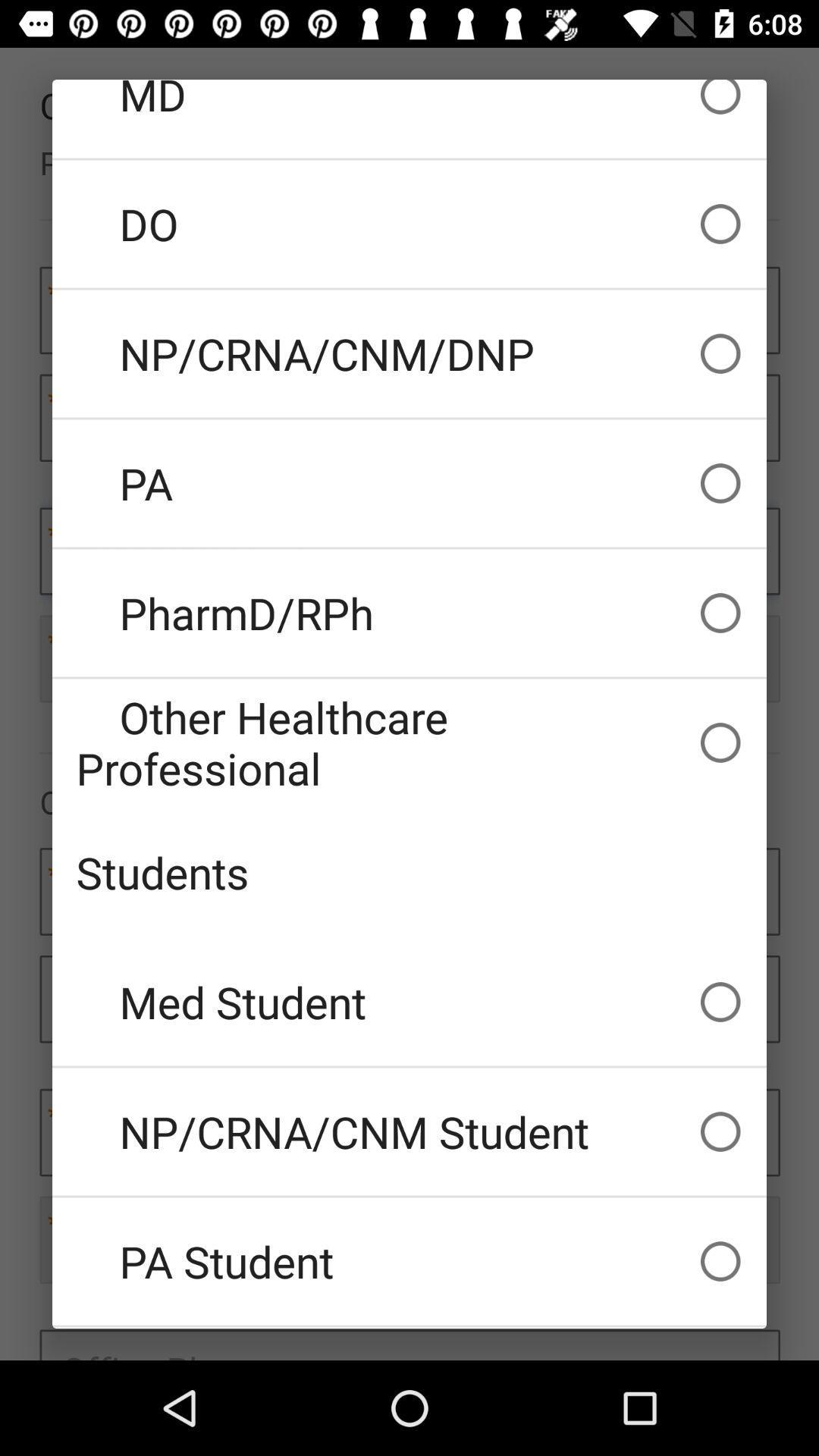 The height and width of the screenshot is (1456, 819). Describe the element at coordinates (409, 1327) in the screenshot. I see `the     pharmacy student icon` at that location.